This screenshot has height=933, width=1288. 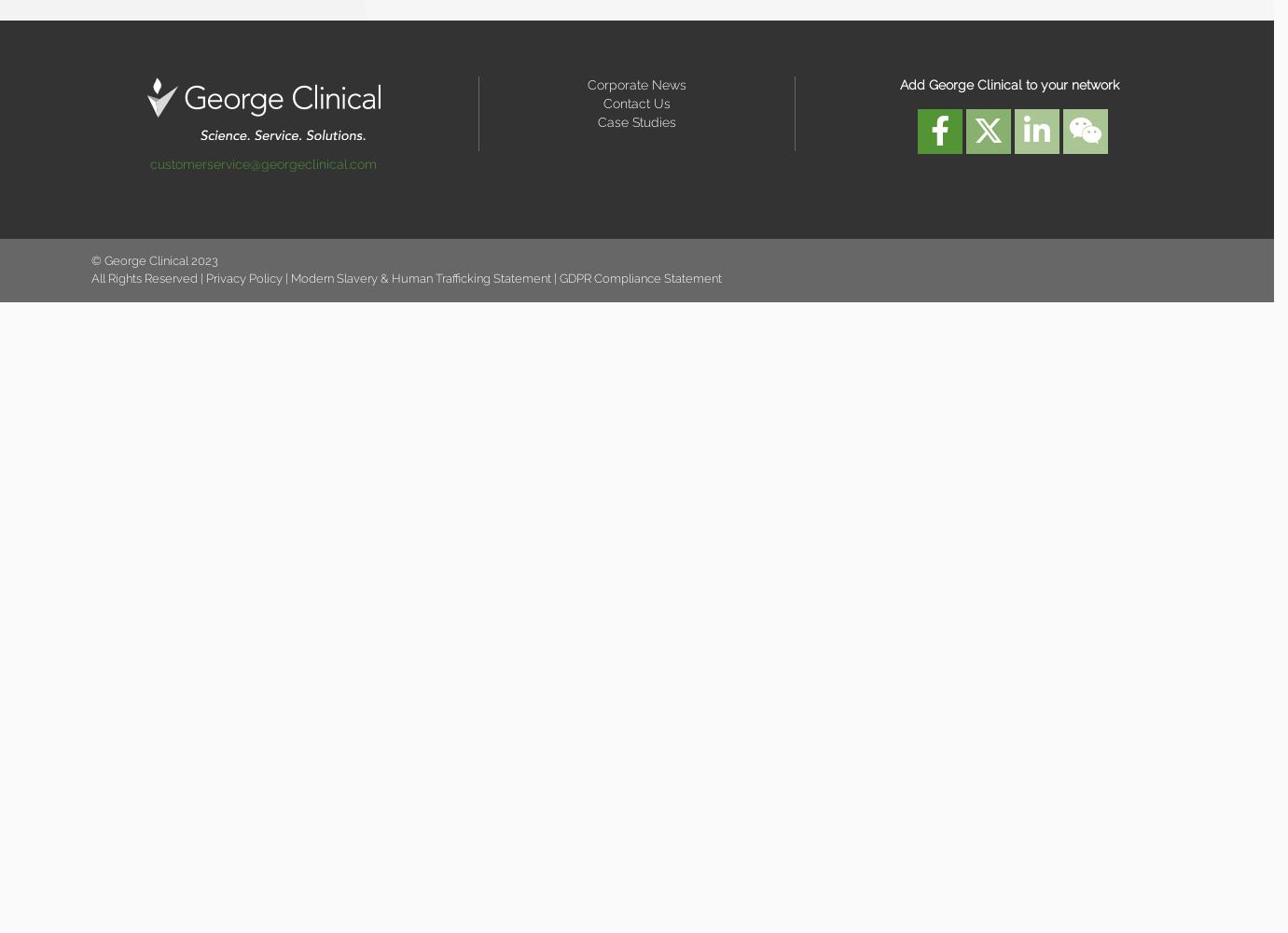 I want to click on '© George Clinical 2023', so click(x=153, y=260).